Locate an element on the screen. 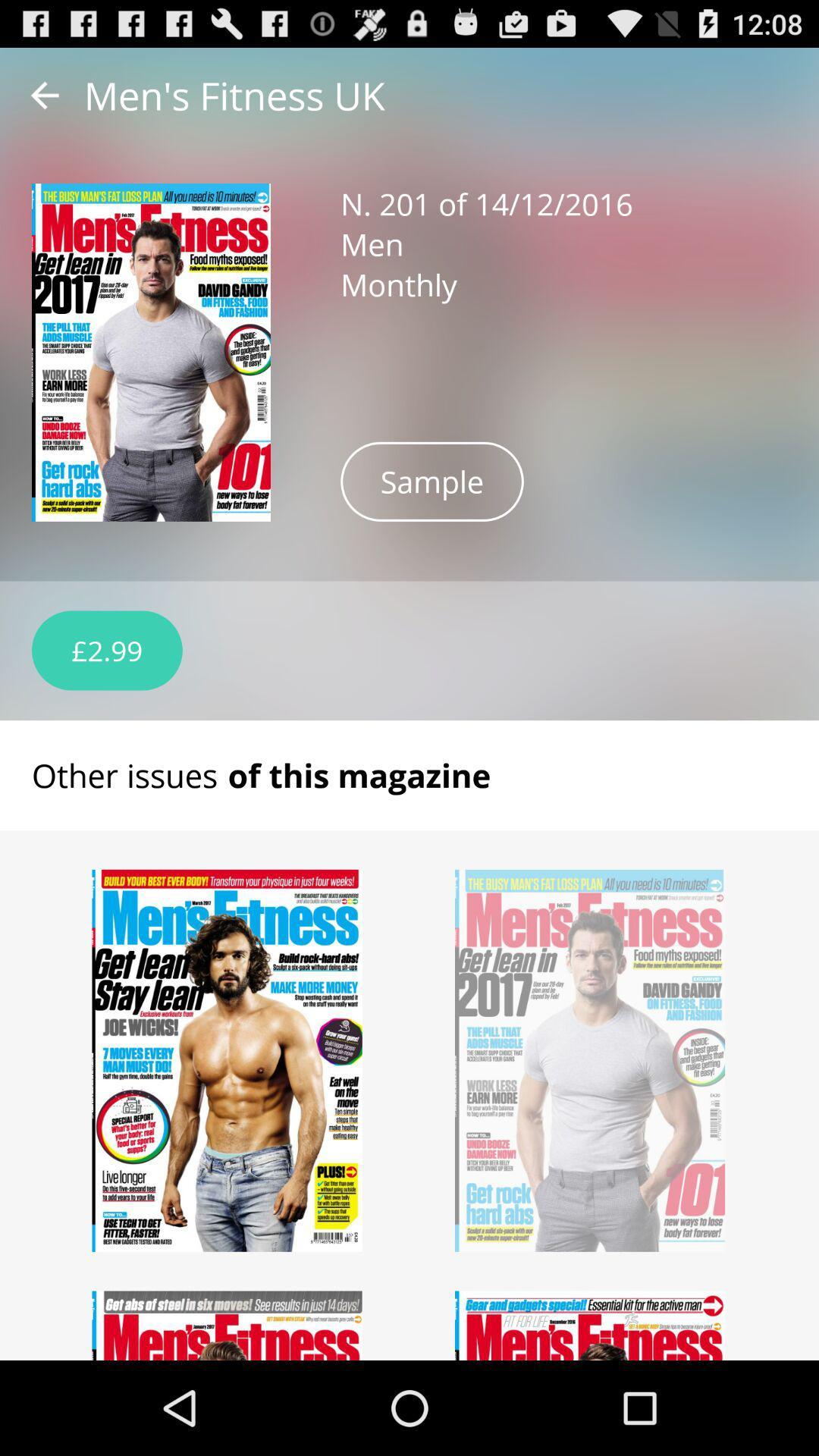 This screenshot has width=819, height=1456. another issue of this magazine is located at coordinates (227, 1059).